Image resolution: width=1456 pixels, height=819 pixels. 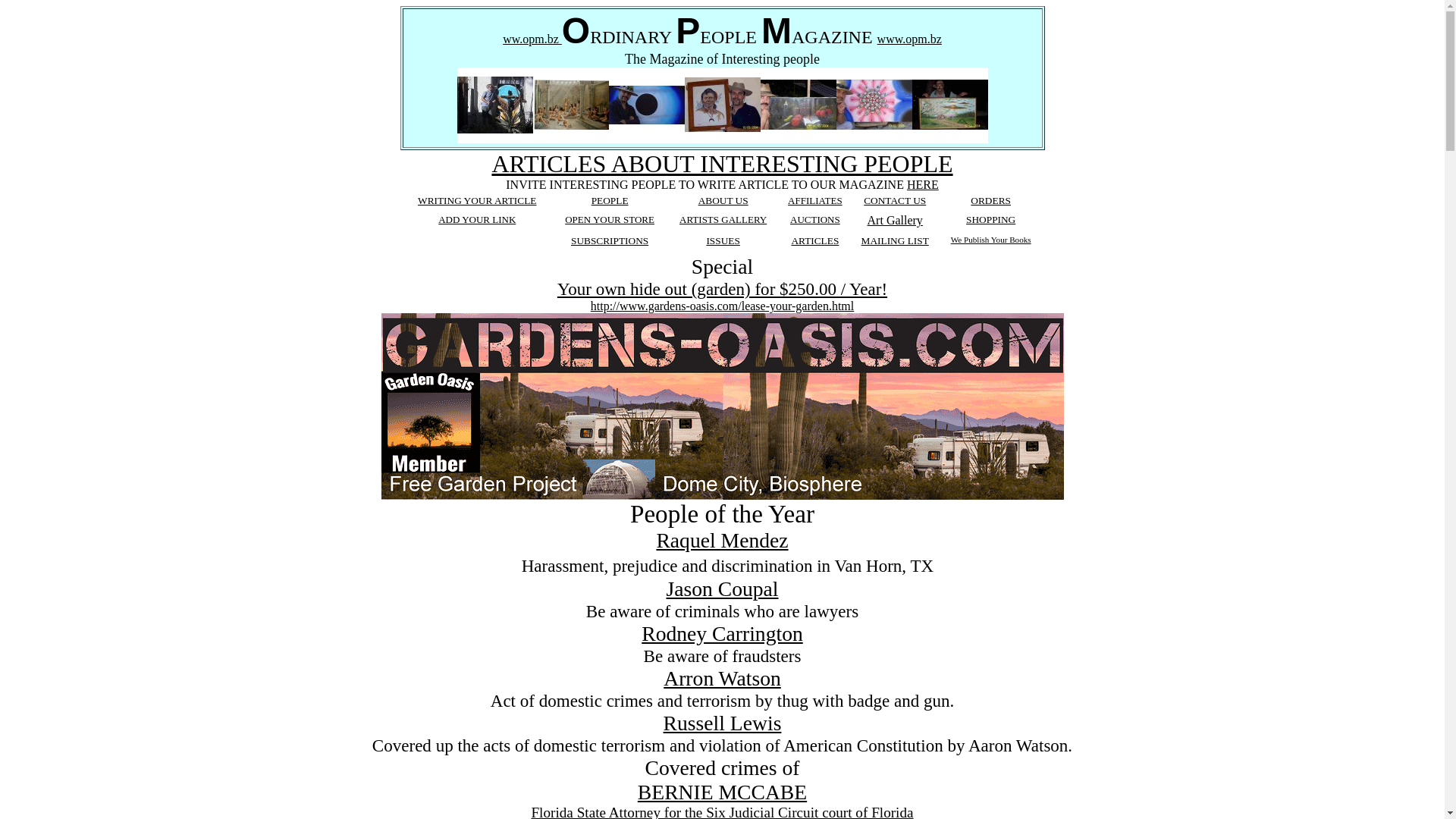 What do you see at coordinates (721, 289) in the screenshot?
I see `'Your own hide out (garden) for $250.00 / Year!'` at bounding box center [721, 289].